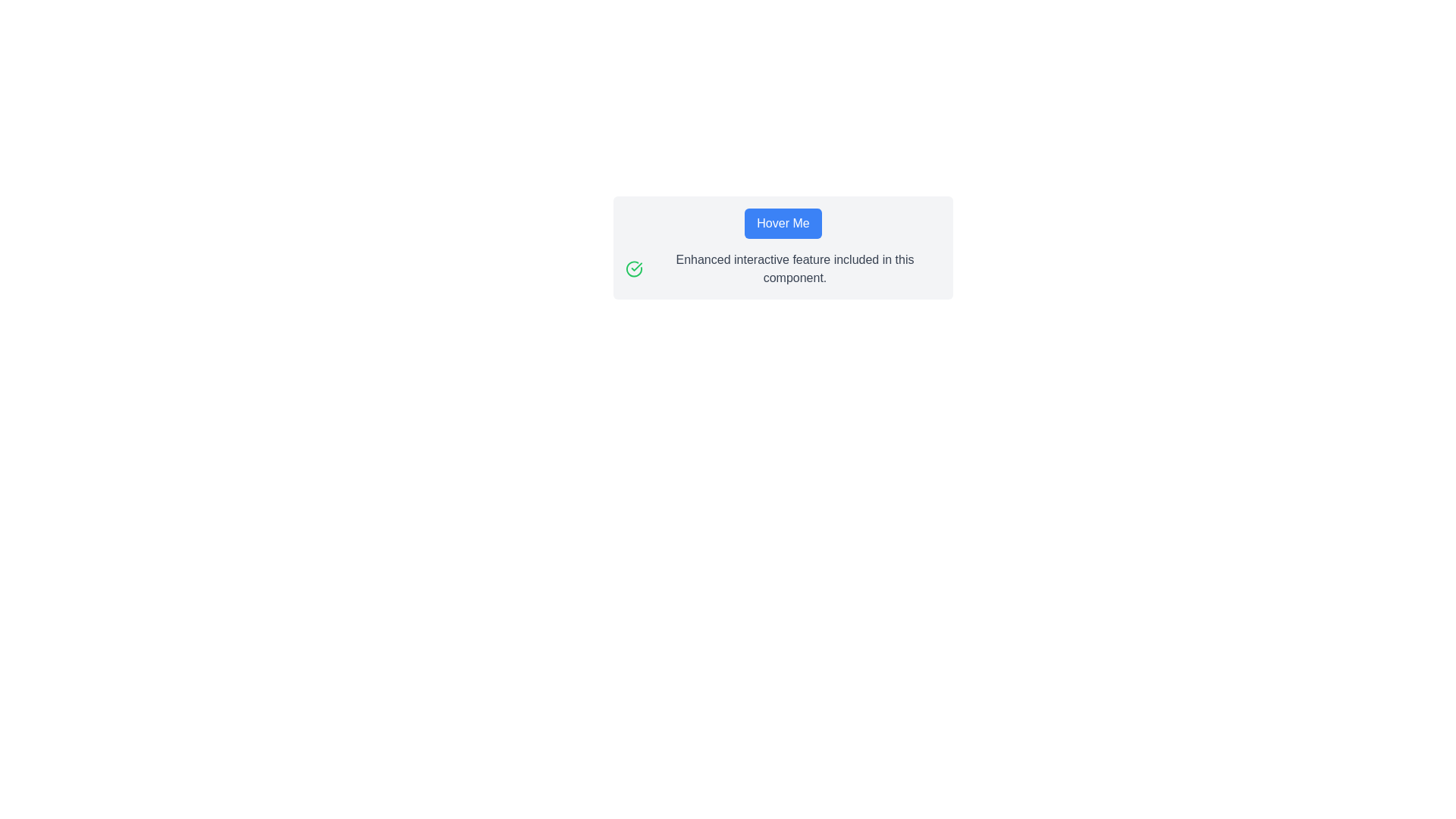 The image size is (1456, 819). I want to click on the informational text element located to the right of the green check icon and below the 'Hover Me' button, so click(794, 268).